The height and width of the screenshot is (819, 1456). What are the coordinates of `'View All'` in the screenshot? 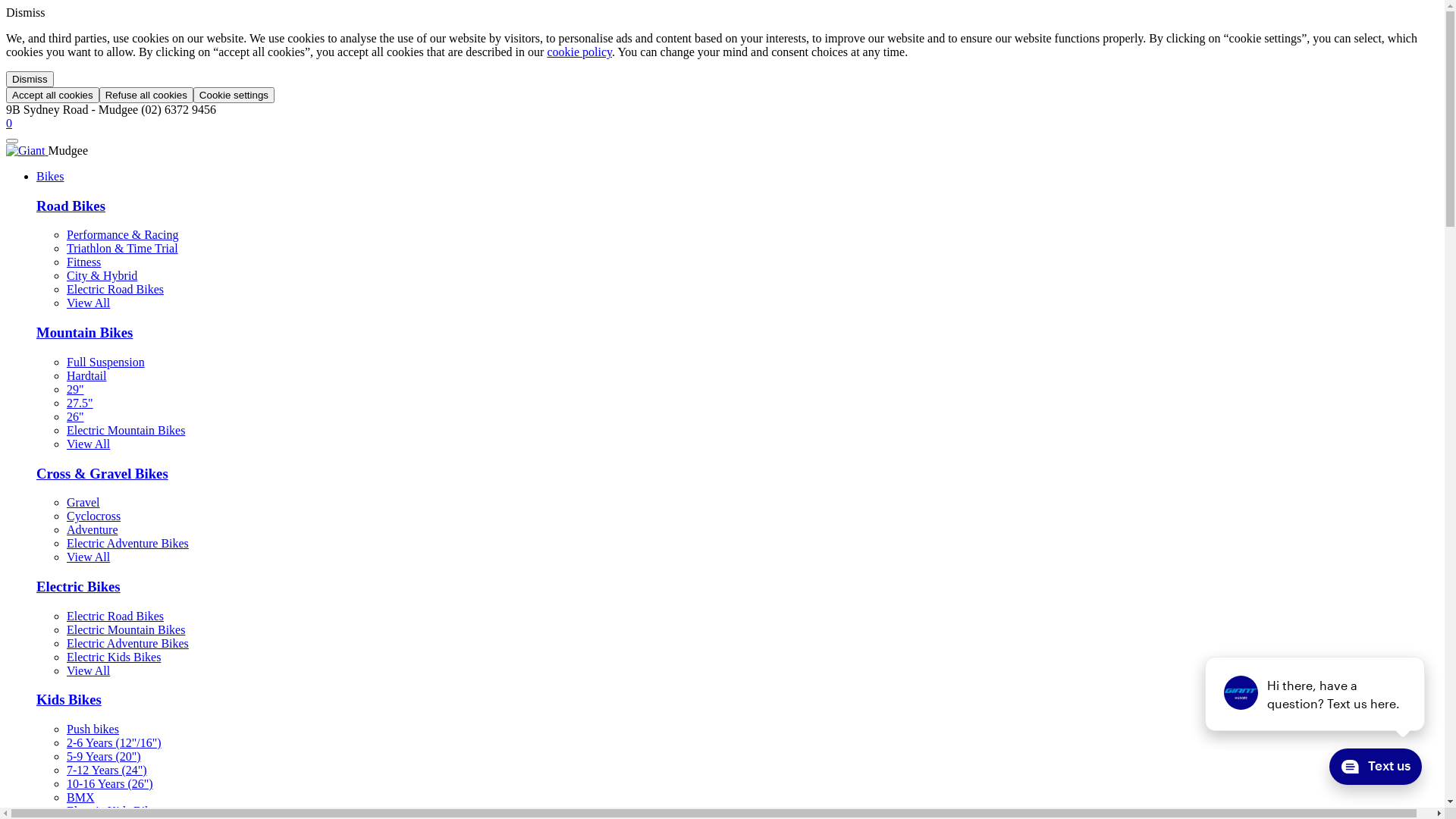 It's located at (87, 670).